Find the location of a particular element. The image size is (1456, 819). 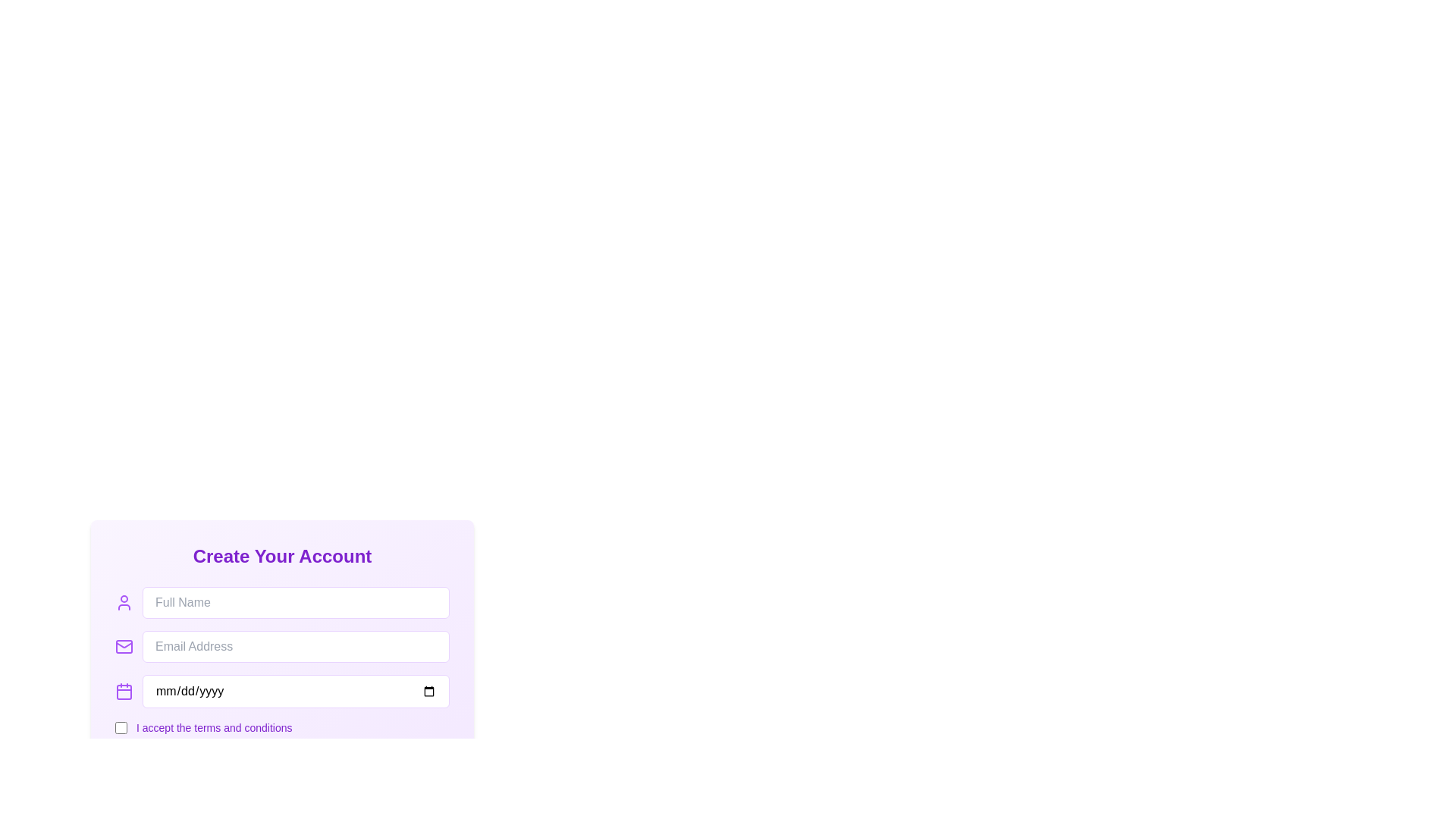

the user icon that visually indicates the purpose of the adjacent input field for entering a person's name in the user registration form is located at coordinates (124, 601).